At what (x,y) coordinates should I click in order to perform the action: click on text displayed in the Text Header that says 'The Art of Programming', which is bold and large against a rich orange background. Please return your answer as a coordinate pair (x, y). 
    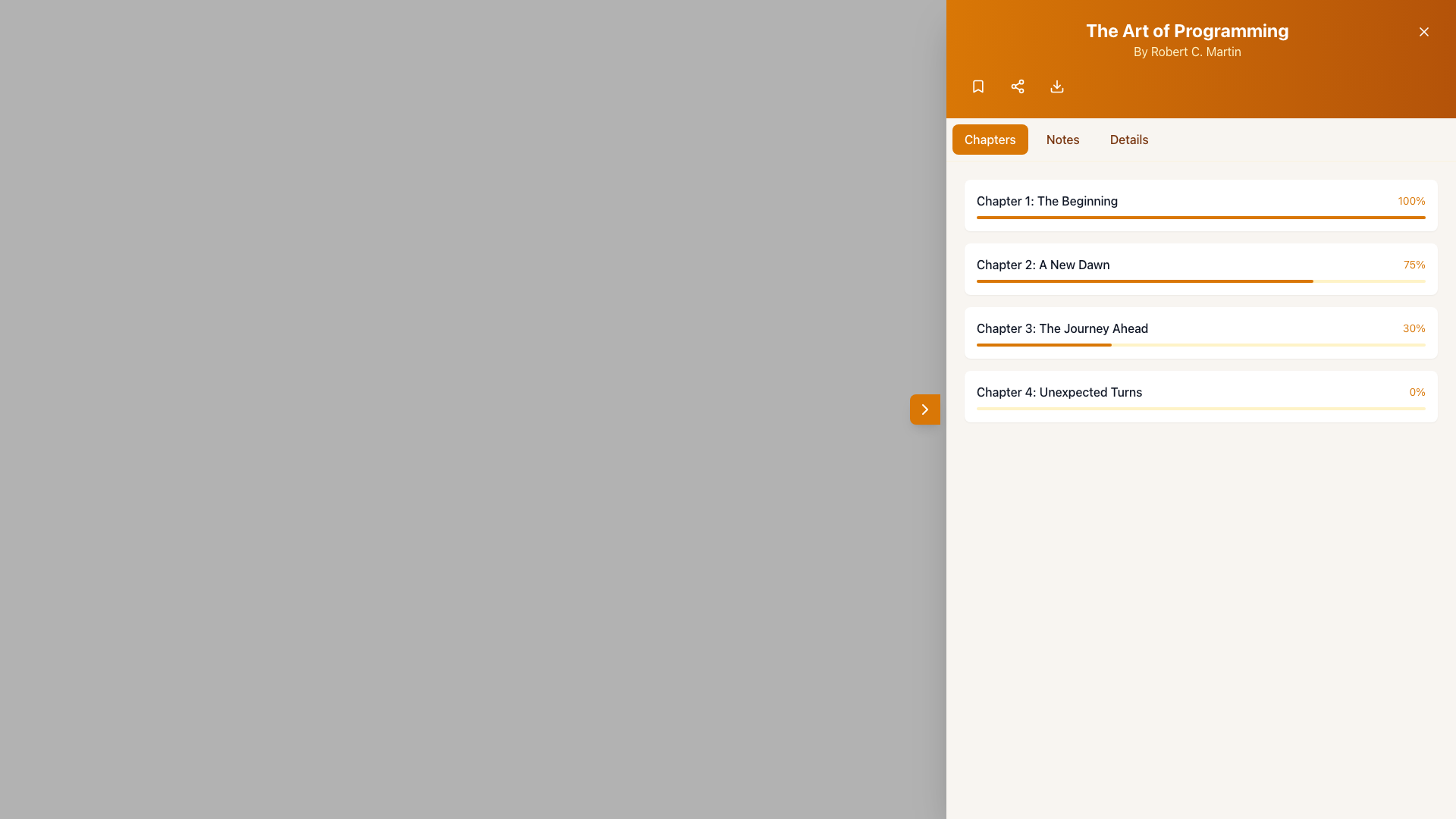
    Looking at the image, I should click on (1186, 30).